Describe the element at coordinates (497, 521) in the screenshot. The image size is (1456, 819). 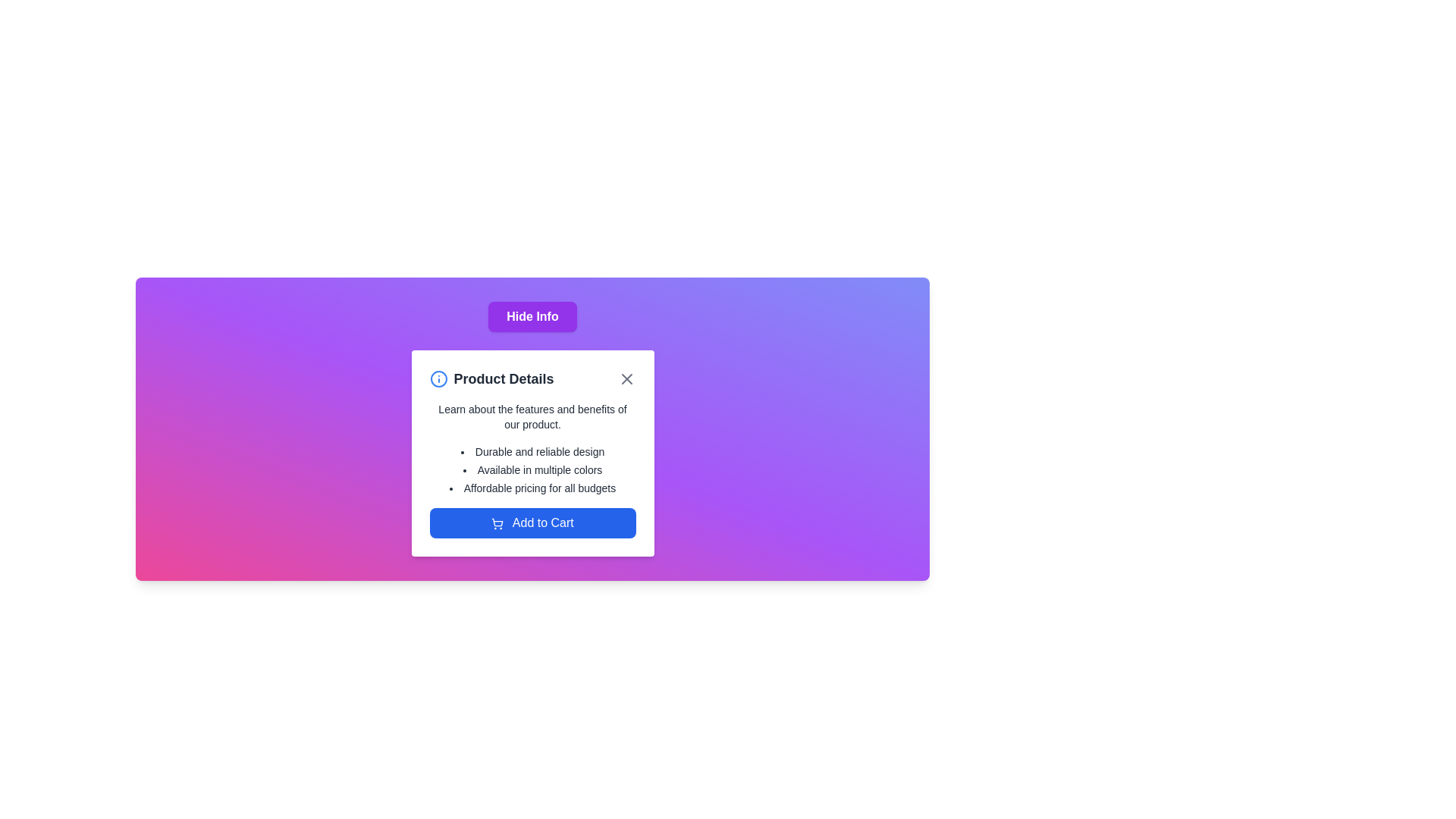
I see `the 'Add to Cart' button containing the cart-like SVG icon, which represents the action` at that location.